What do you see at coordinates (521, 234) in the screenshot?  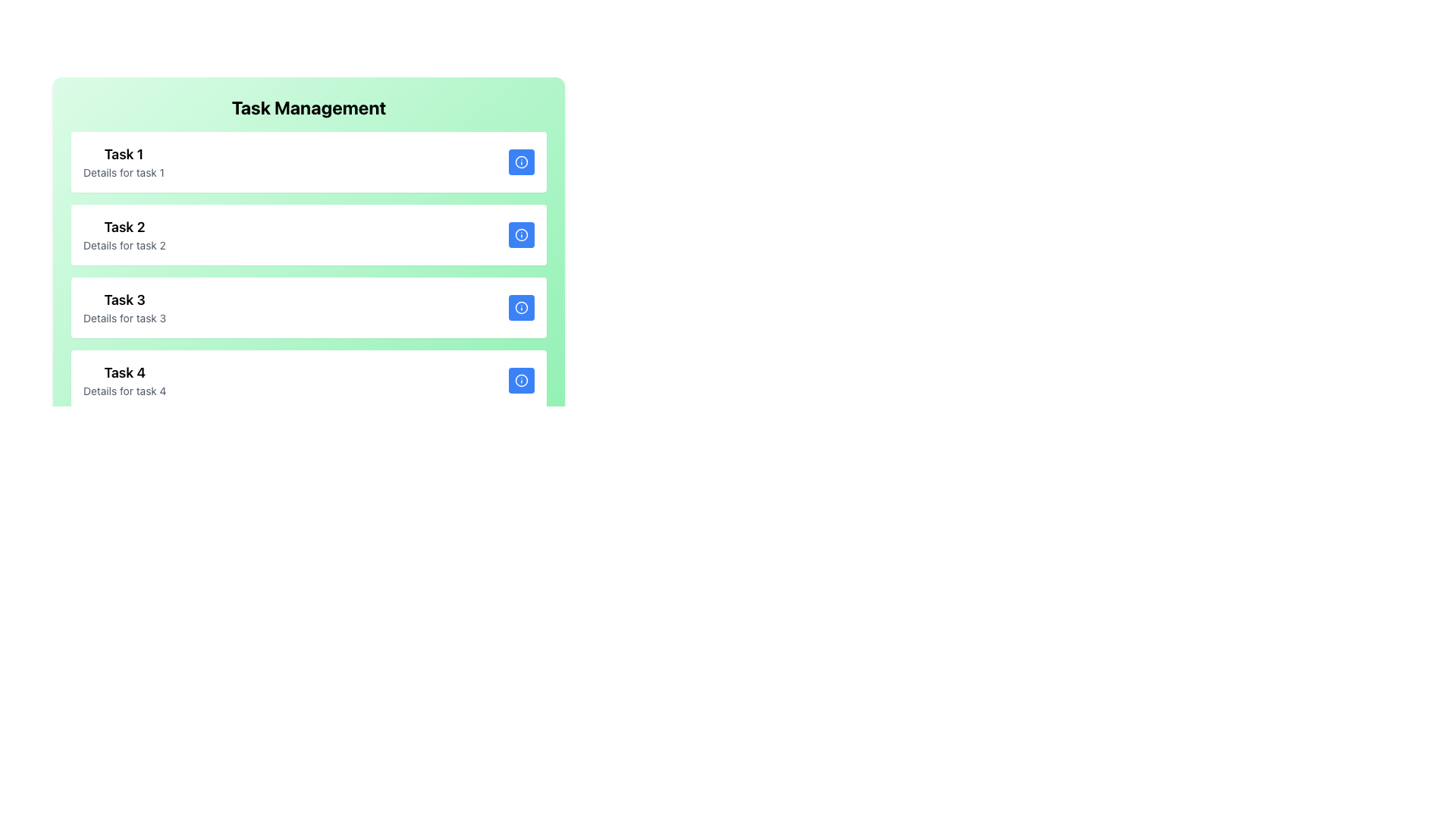 I see `the information icon located in the third row under 'Task Management'` at bounding box center [521, 234].